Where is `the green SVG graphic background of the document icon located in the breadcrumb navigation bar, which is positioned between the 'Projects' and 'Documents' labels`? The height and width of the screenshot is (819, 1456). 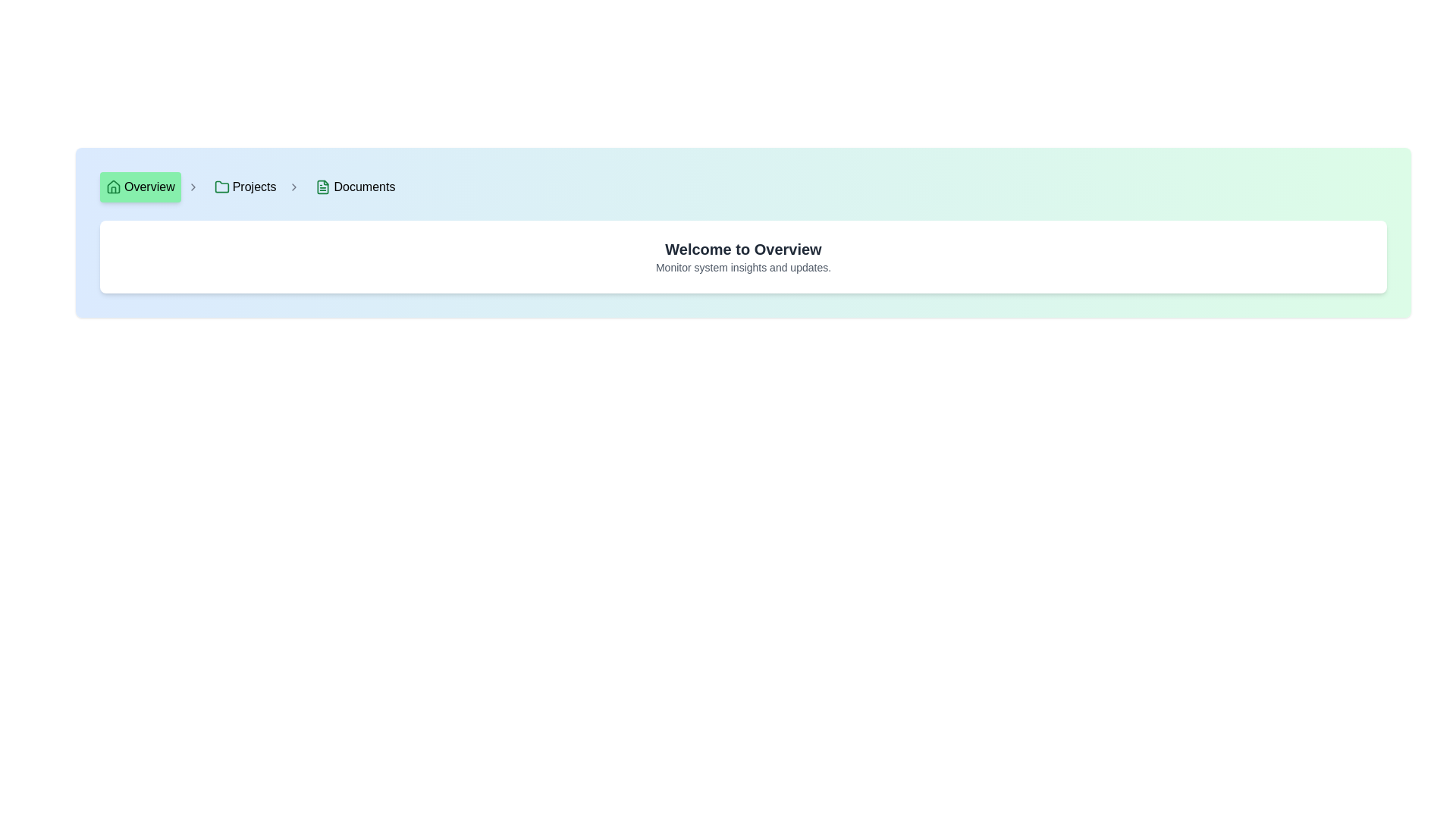
the green SVG graphic background of the document icon located in the breadcrumb navigation bar, which is positioned between the 'Projects' and 'Documents' labels is located at coordinates (322, 186).